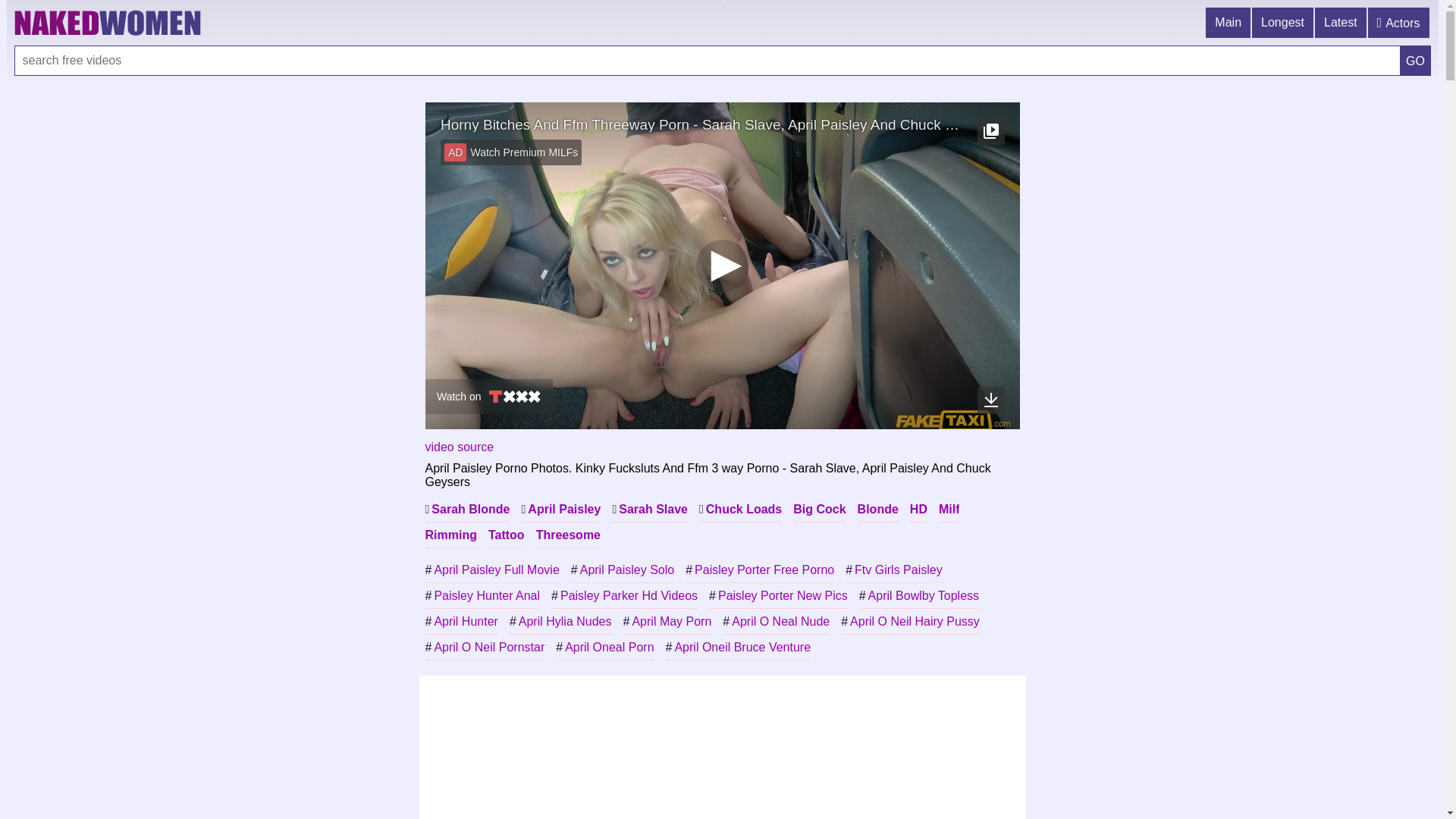 The image size is (1456, 819). What do you see at coordinates (14, 23) in the screenshot?
I see `'Naked women'` at bounding box center [14, 23].